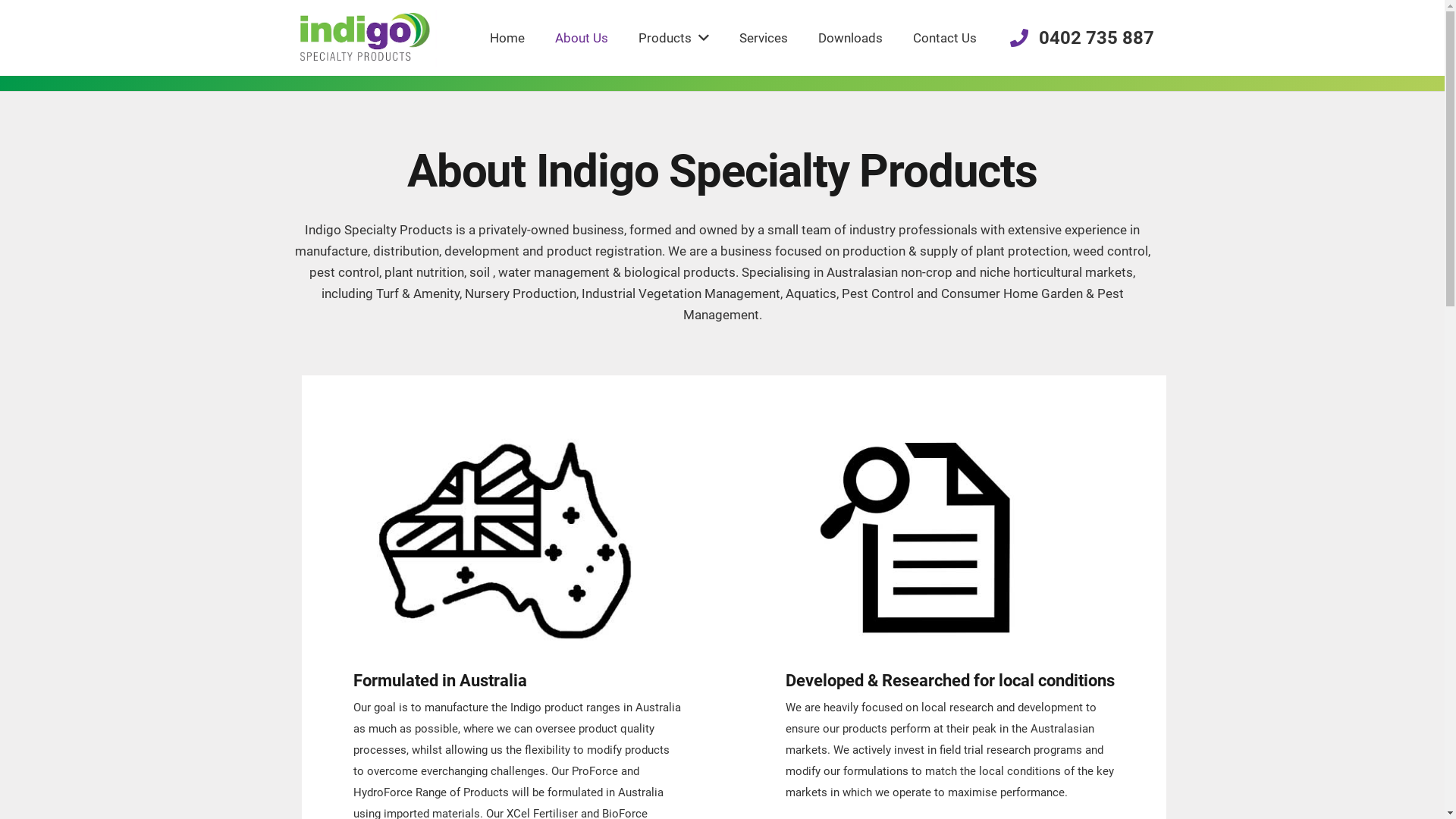 The image size is (1456, 819). What do you see at coordinates (944, 37) in the screenshot?
I see `'Contact Us'` at bounding box center [944, 37].